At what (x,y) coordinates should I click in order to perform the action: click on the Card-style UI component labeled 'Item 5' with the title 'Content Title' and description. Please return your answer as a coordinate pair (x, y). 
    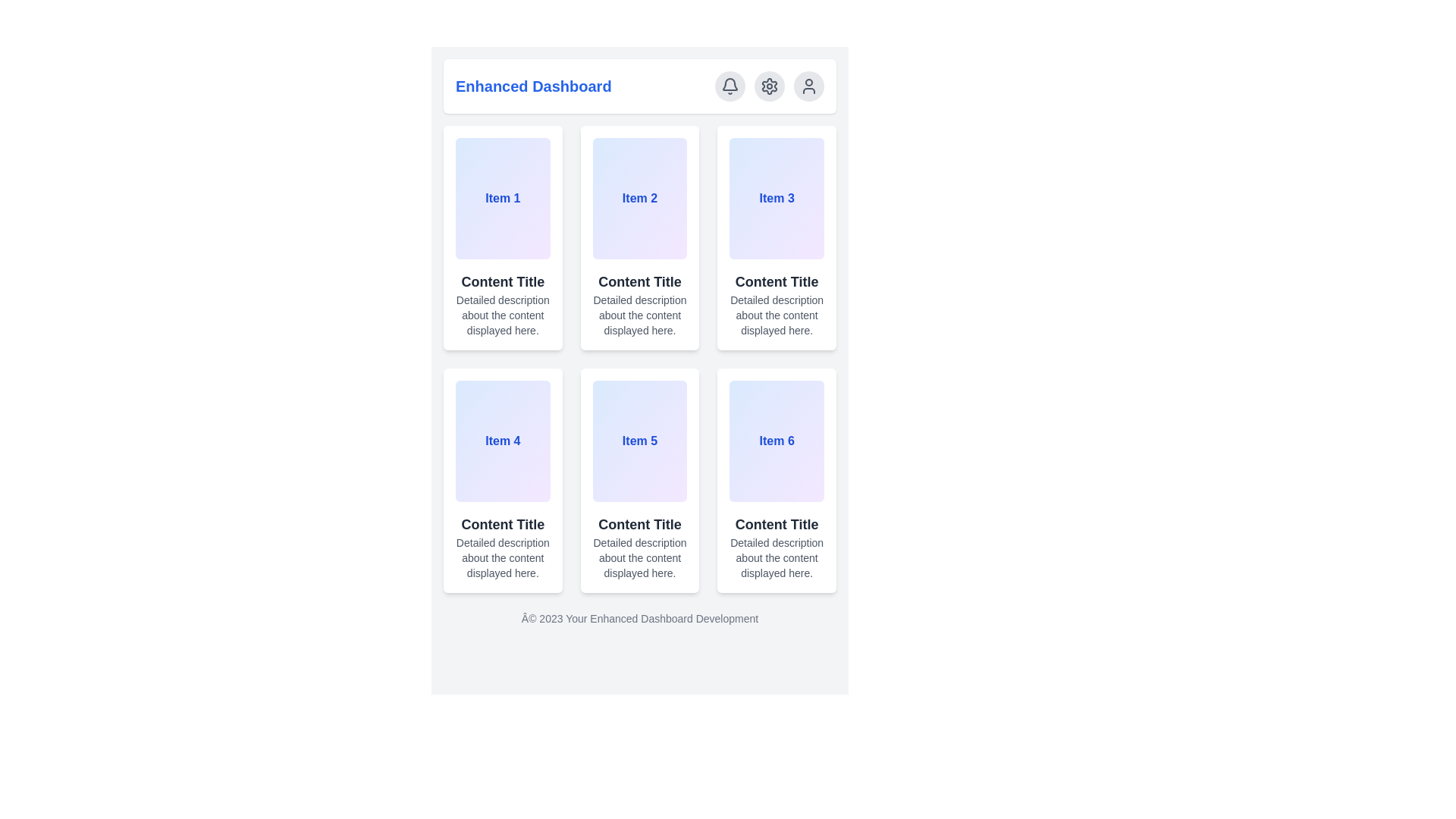
    Looking at the image, I should click on (640, 480).